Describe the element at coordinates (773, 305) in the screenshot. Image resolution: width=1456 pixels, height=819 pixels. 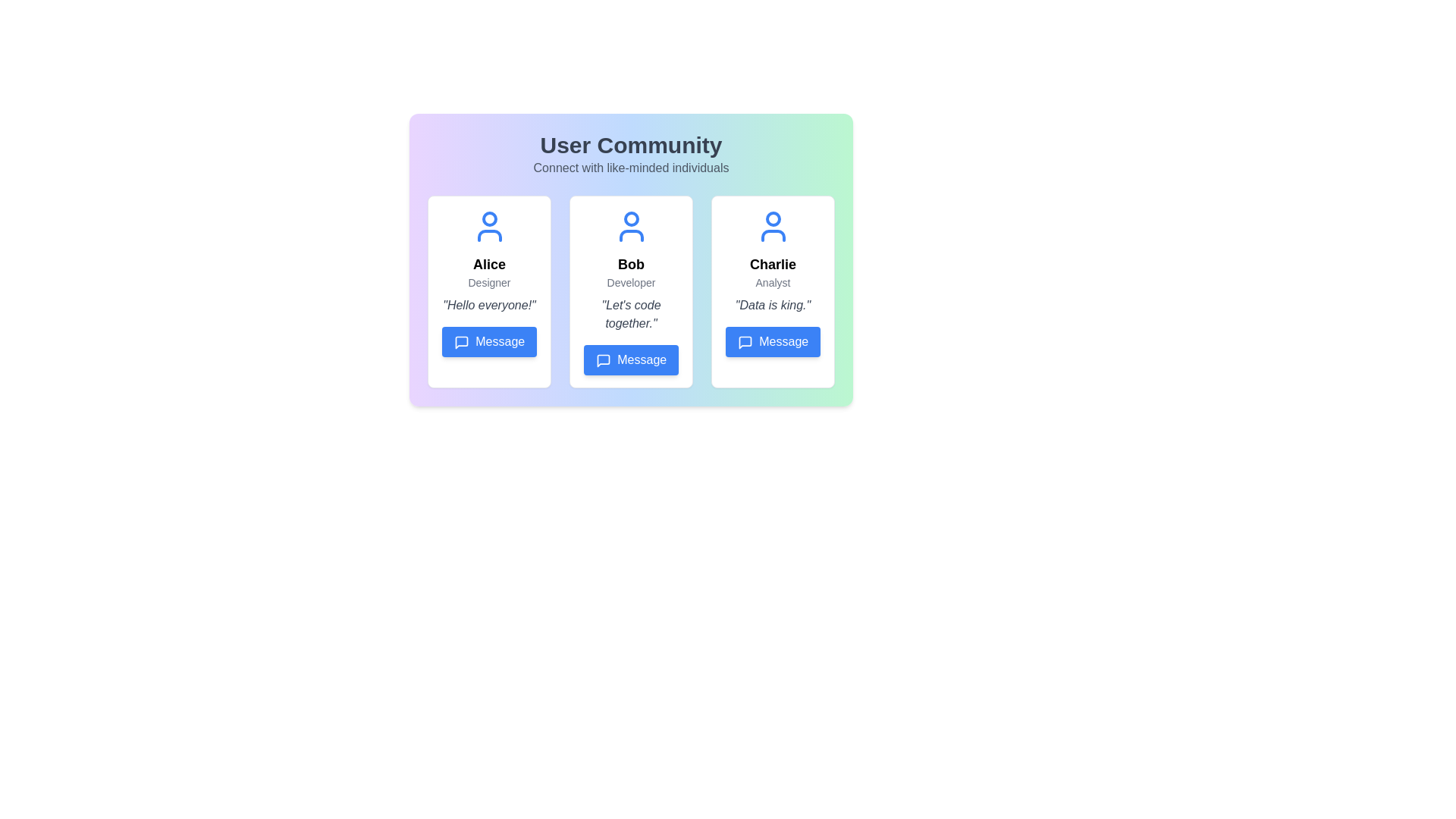
I see `personalized quote displayed under the 'Analyst' label in Charlie's user card, located in the third column of three cards` at that location.